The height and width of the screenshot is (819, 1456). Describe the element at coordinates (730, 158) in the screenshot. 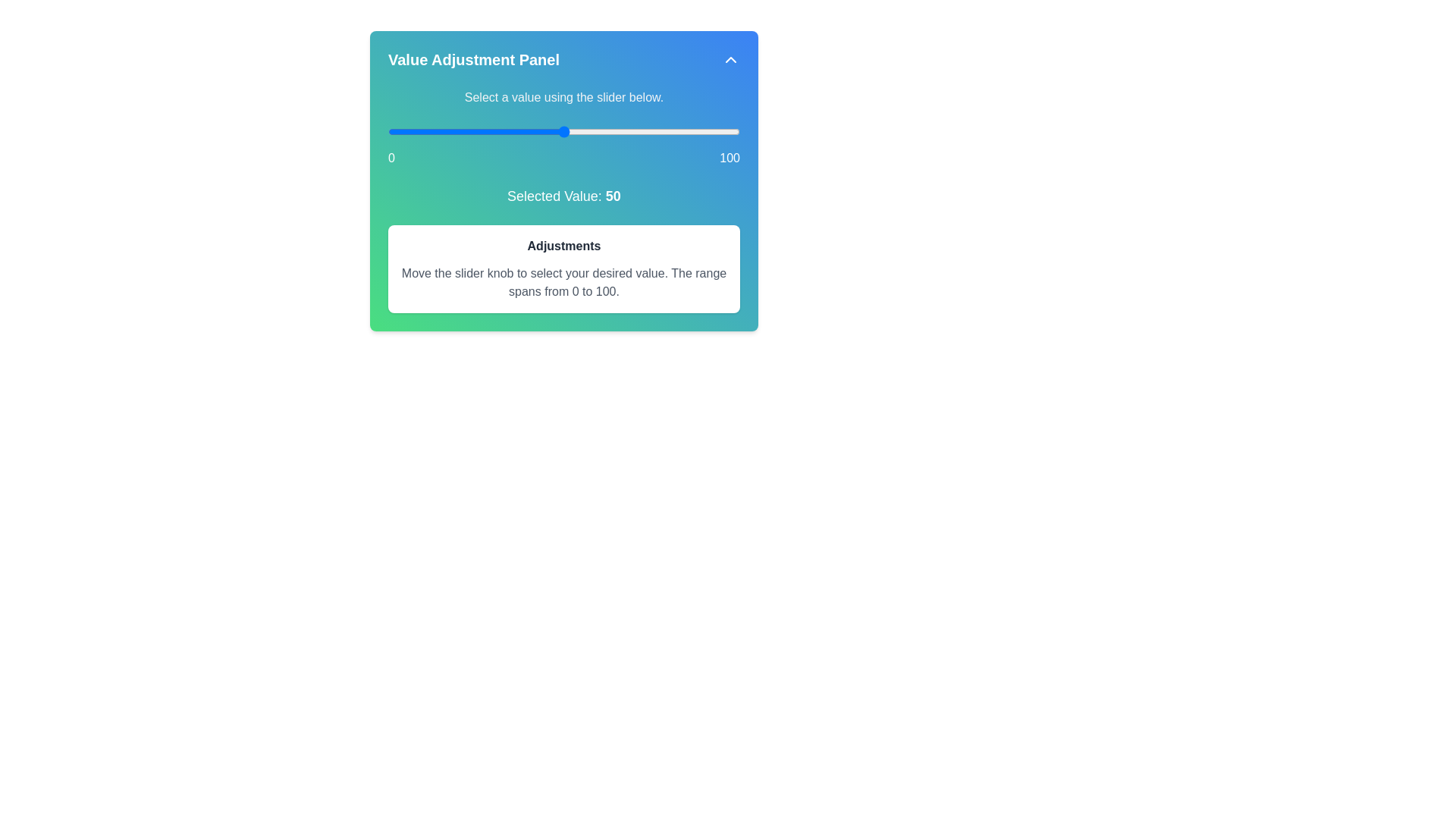

I see `the static text label displaying '100' in white color against a blue gradient background, located at the top-right corner of the panel near the slider's maximum value` at that location.